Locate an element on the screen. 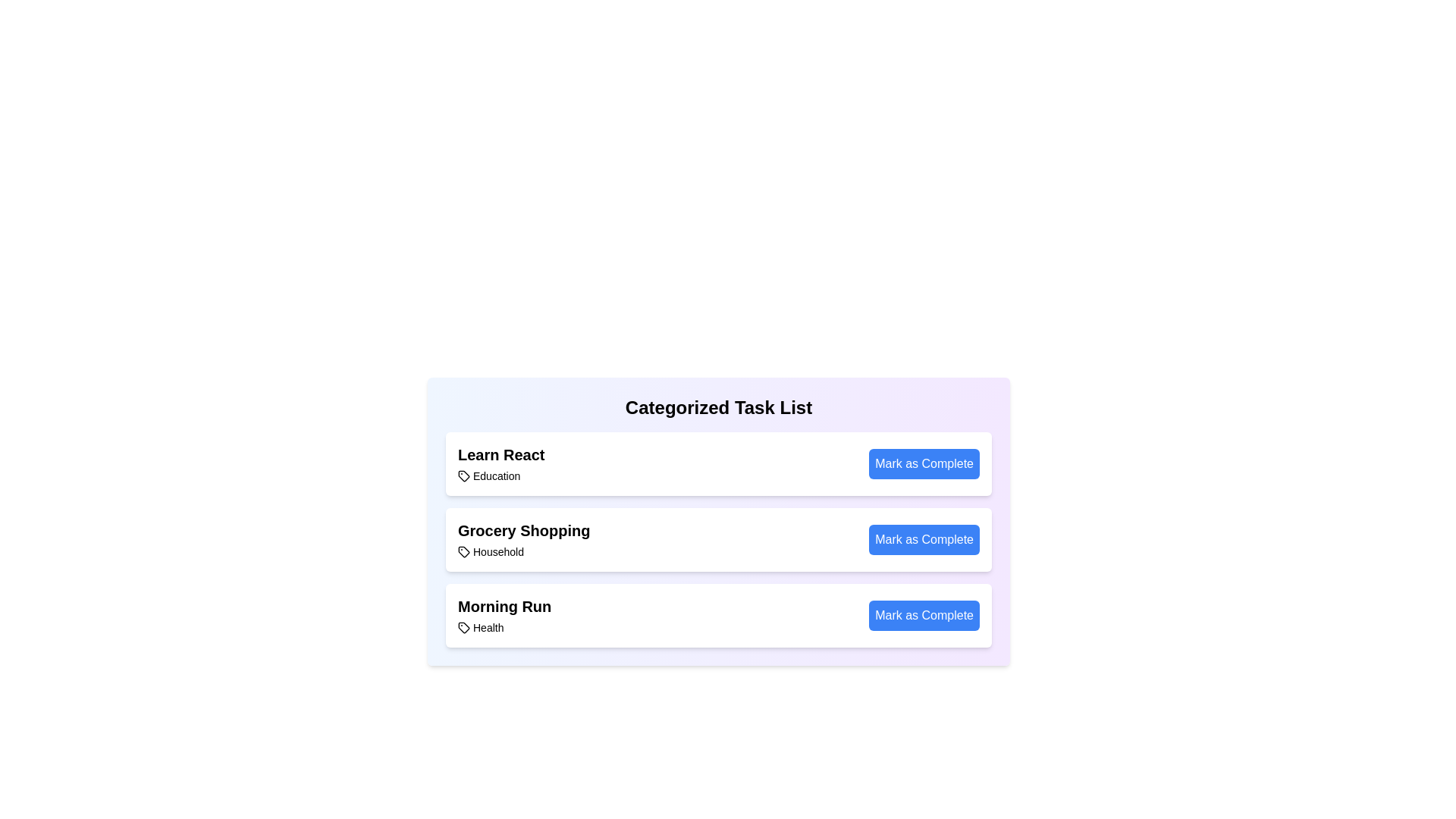 Image resolution: width=1456 pixels, height=819 pixels. the header 'Categorized Task List' to reveal additional information is located at coordinates (718, 406).